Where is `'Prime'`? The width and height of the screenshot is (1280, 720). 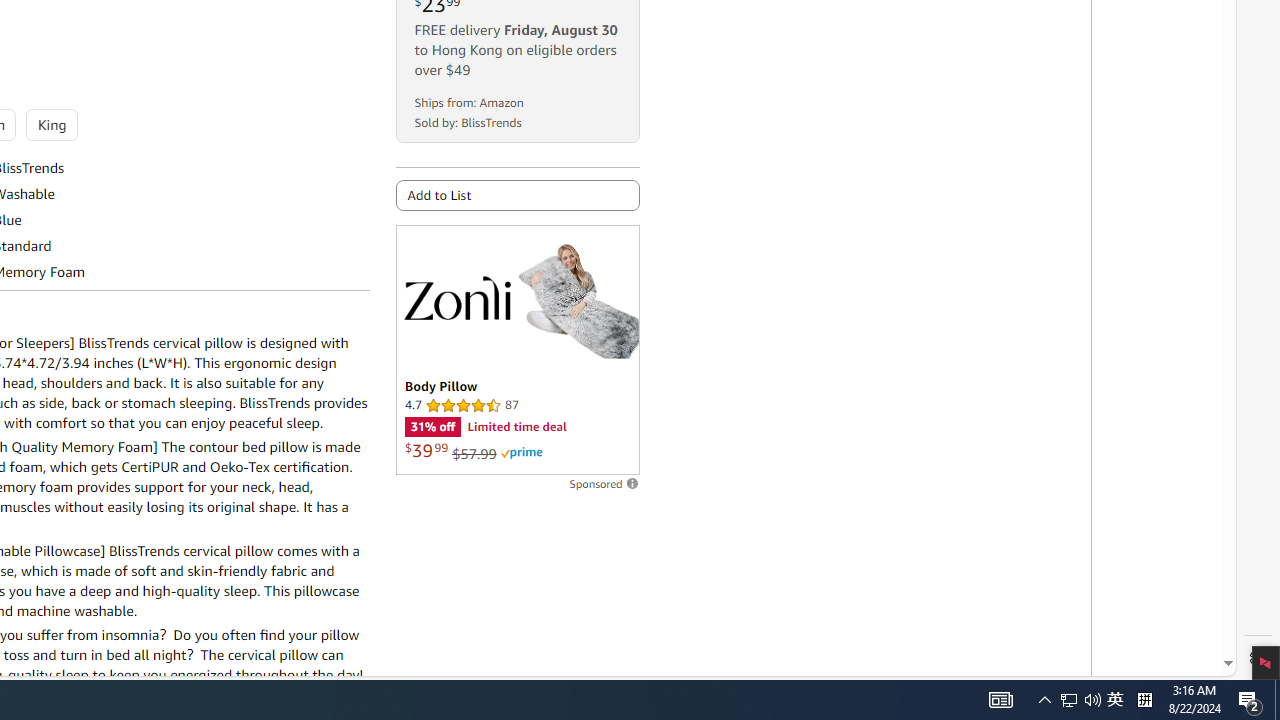 'Prime' is located at coordinates (521, 453).